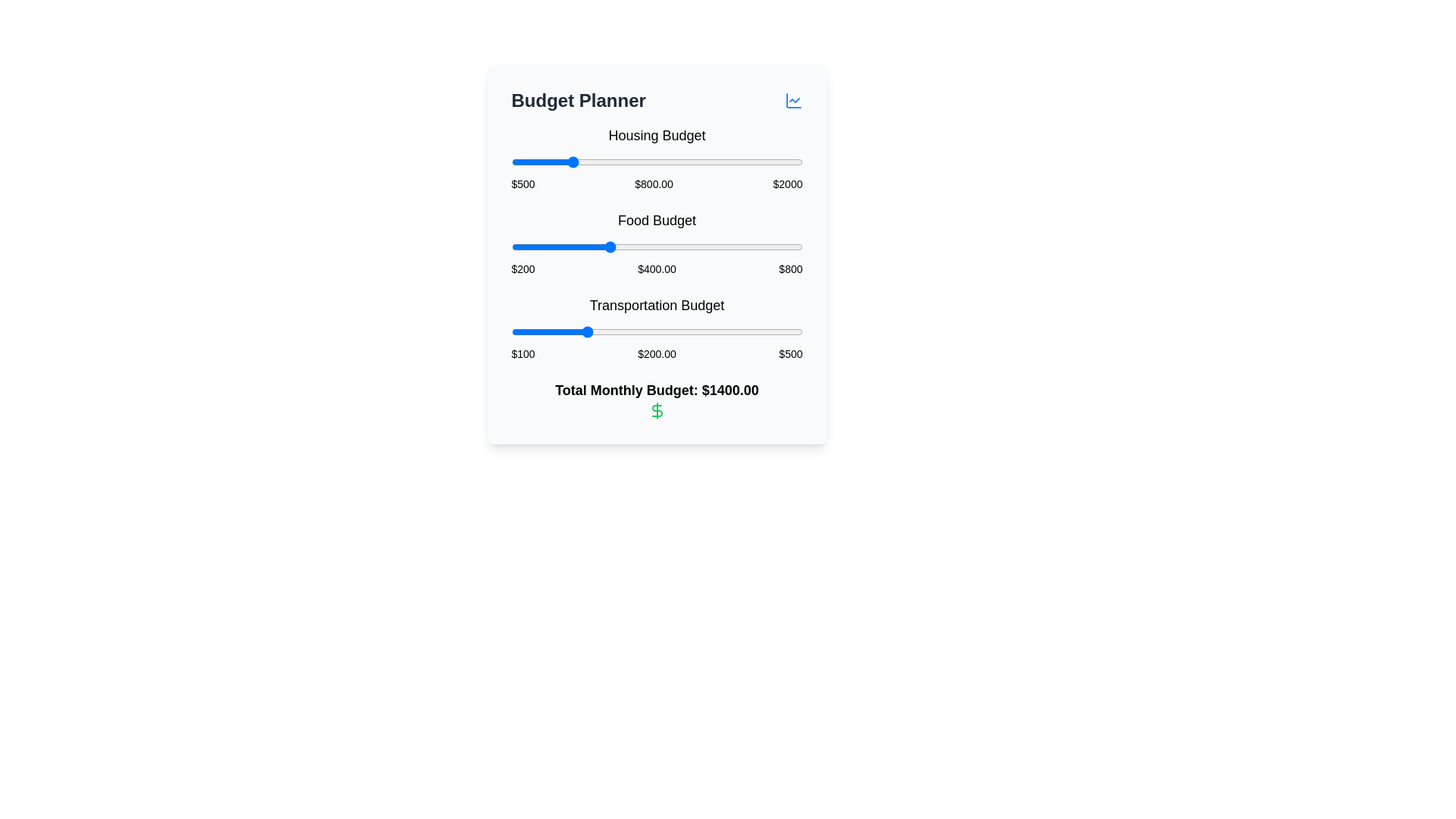 This screenshot has height=819, width=1456. What do you see at coordinates (523, 268) in the screenshot?
I see `the text label displaying '$200' styled in black font, positioned leftmost under the 'Food Budget' section` at bounding box center [523, 268].